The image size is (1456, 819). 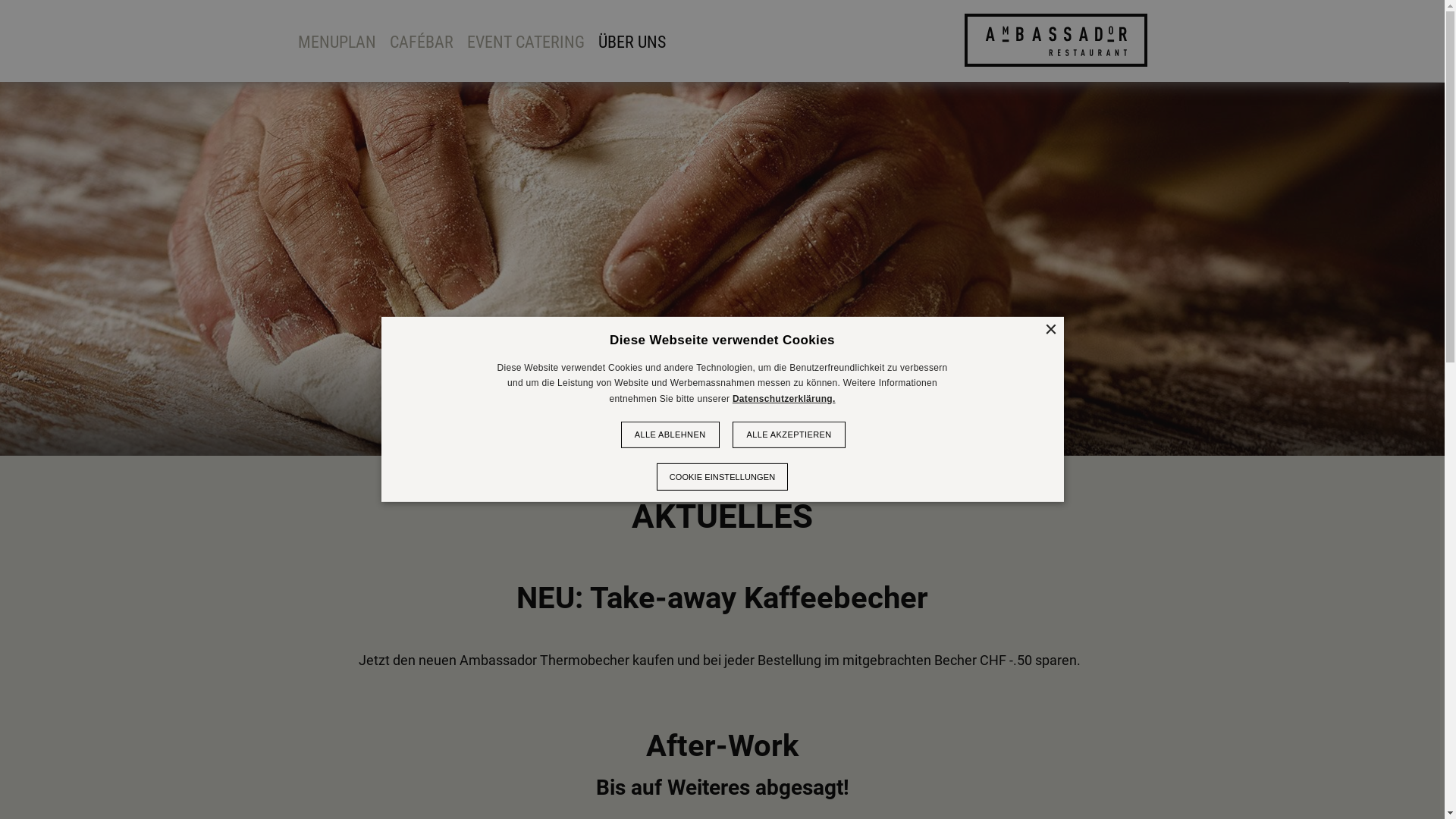 I want to click on 'MENUPLAN', so click(x=297, y=40).